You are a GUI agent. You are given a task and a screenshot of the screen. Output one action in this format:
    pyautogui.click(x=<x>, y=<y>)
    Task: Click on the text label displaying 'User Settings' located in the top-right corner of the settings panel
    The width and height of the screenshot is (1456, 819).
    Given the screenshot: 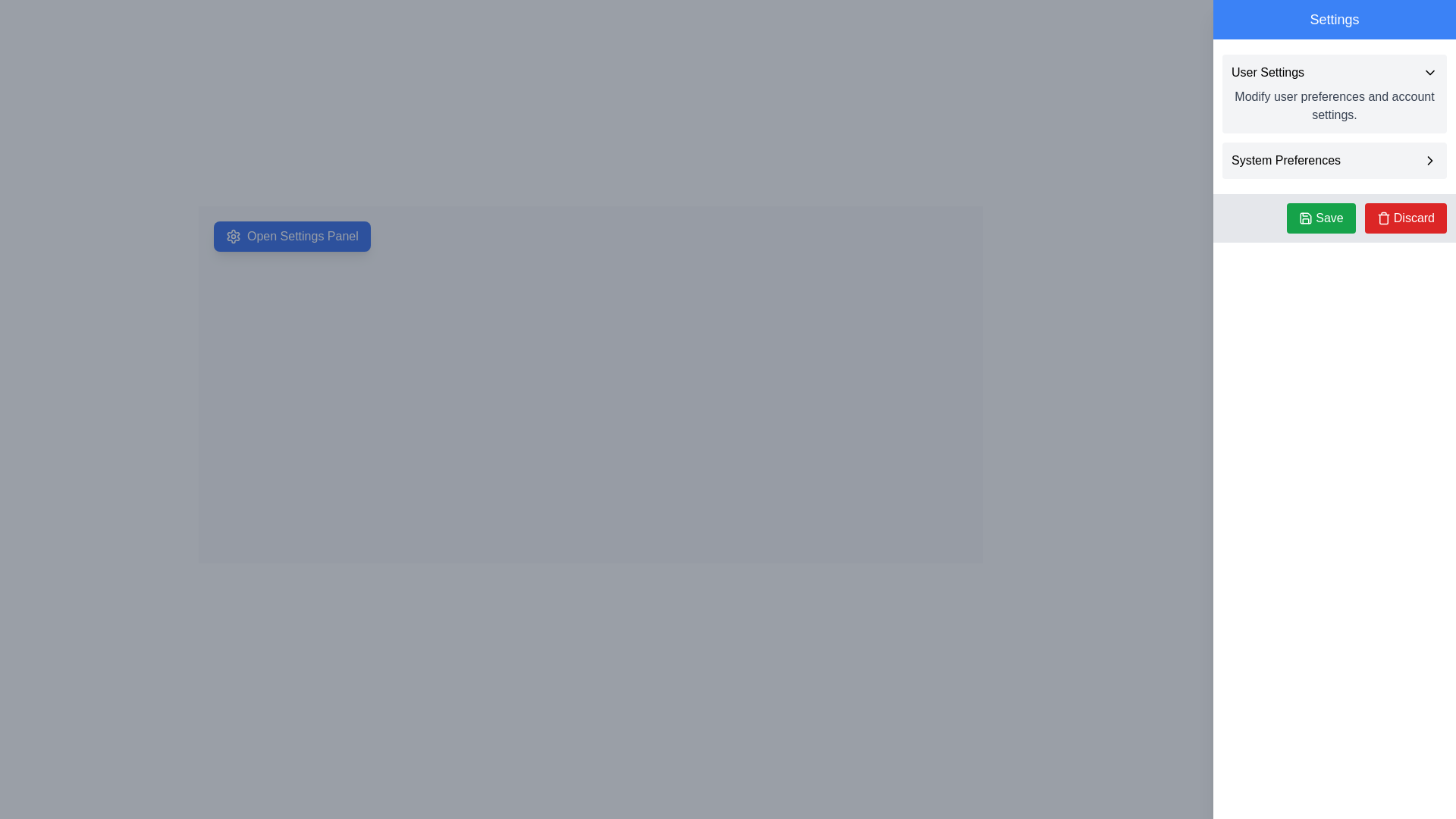 What is the action you would take?
    pyautogui.click(x=1267, y=73)
    